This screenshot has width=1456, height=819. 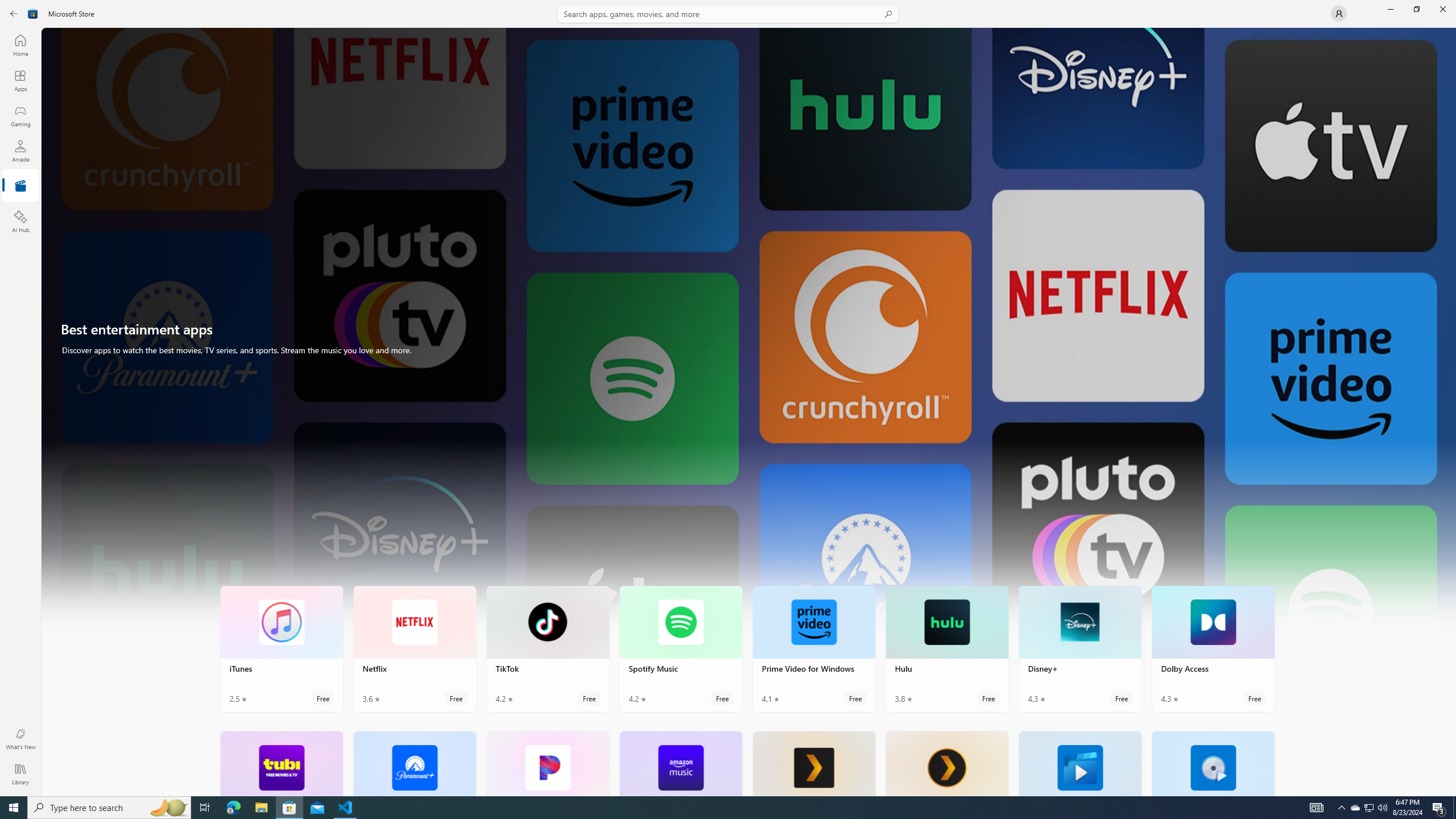 What do you see at coordinates (547, 649) in the screenshot?
I see `'TikTok. Average rating of 4.2 out of five stars. Free  '` at bounding box center [547, 649].